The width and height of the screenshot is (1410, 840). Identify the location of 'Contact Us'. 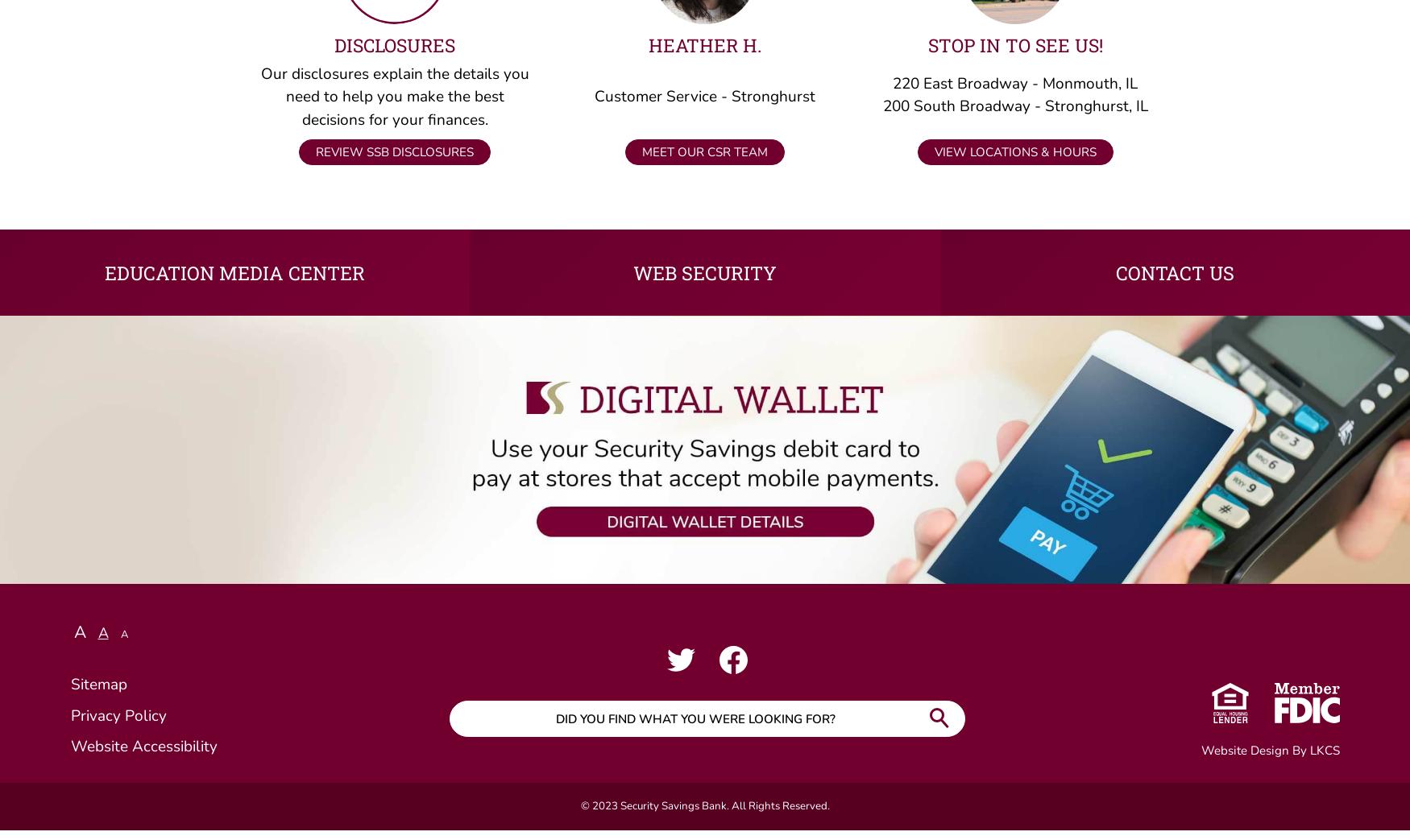
(1174, 280).